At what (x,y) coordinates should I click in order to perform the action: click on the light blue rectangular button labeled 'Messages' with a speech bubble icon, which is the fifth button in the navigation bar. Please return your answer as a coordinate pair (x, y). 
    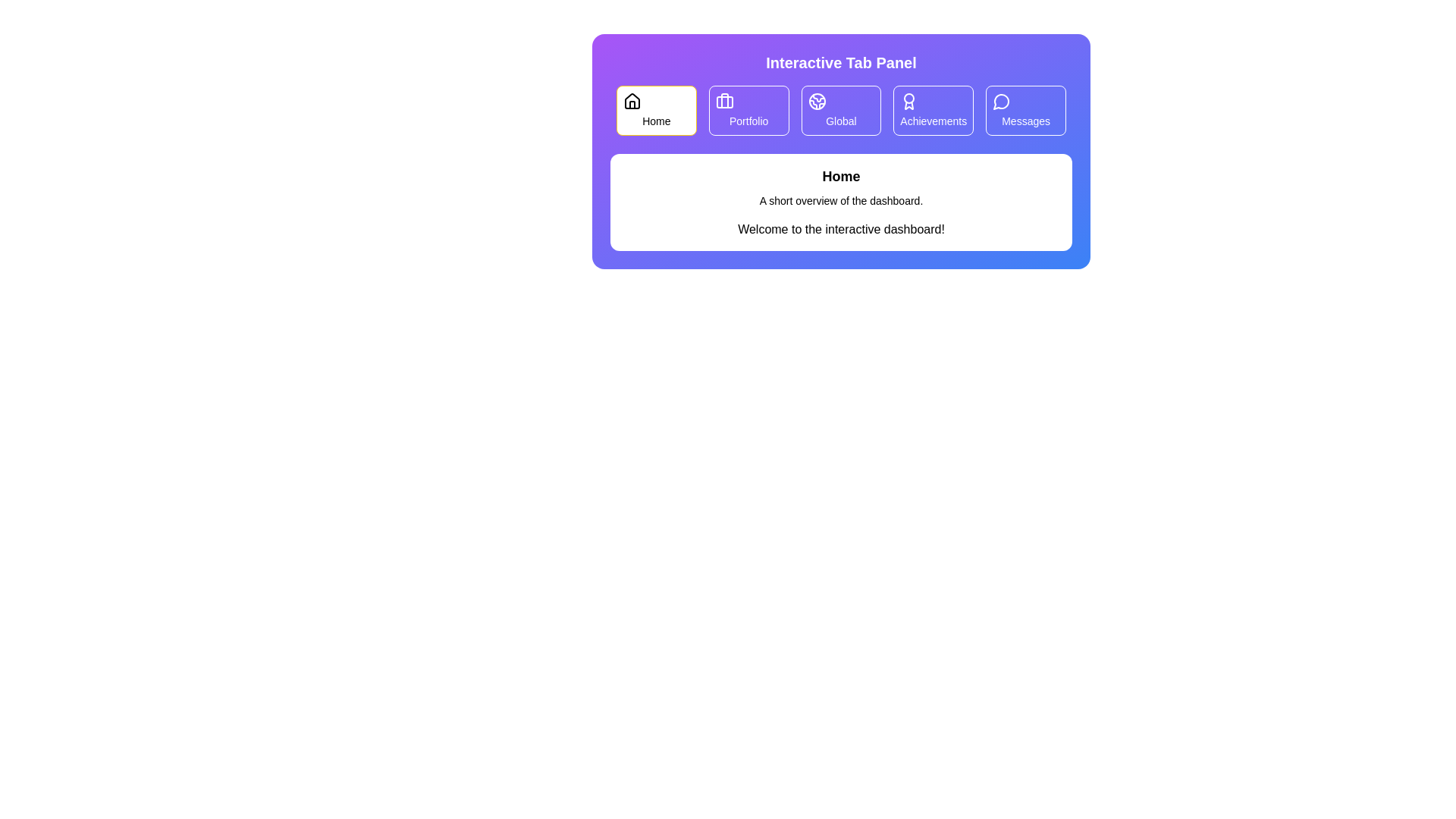
    Looking at the image, I should click on (1026, 110).